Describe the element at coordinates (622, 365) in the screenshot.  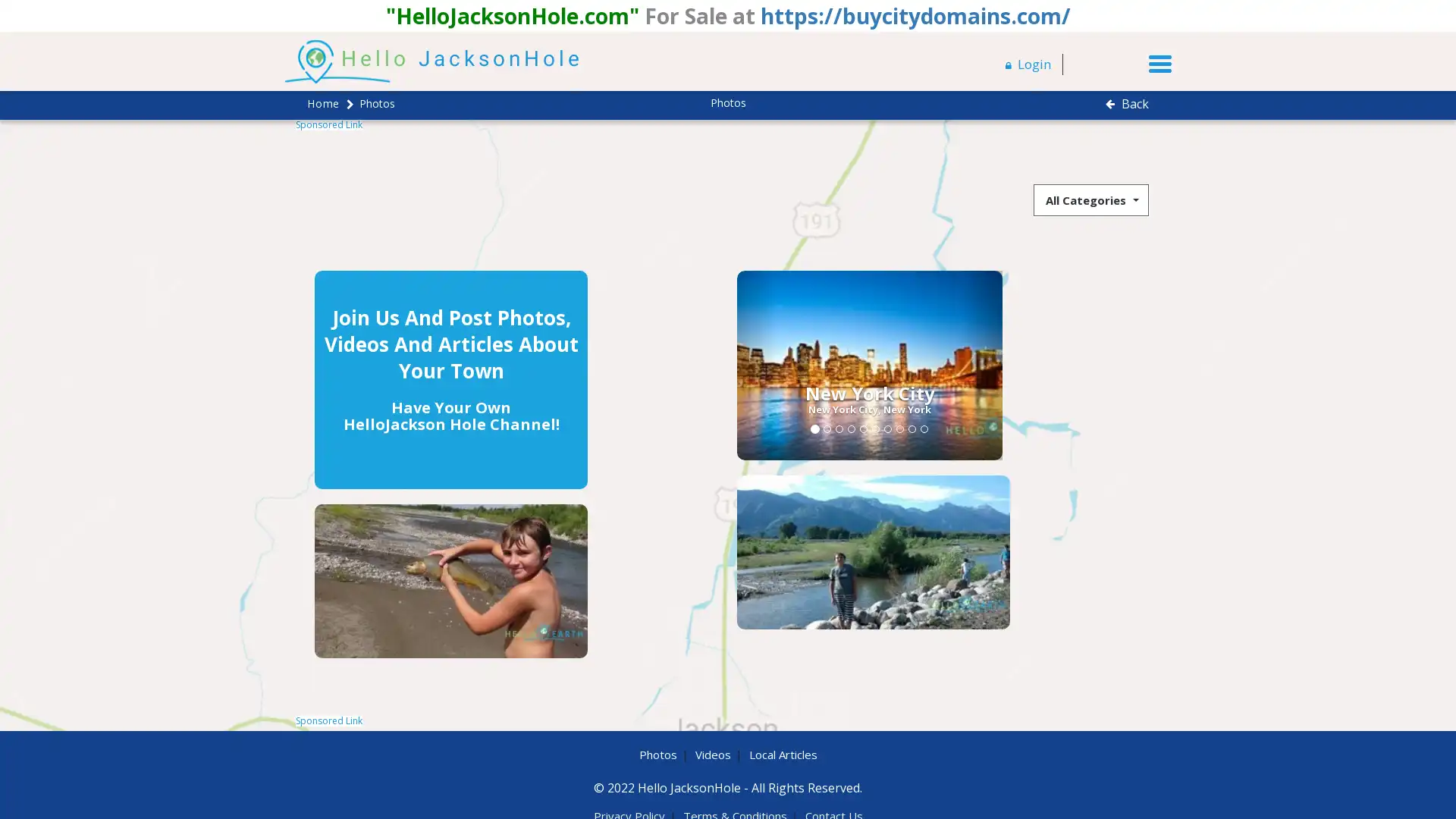
I see `Previous` at that location.